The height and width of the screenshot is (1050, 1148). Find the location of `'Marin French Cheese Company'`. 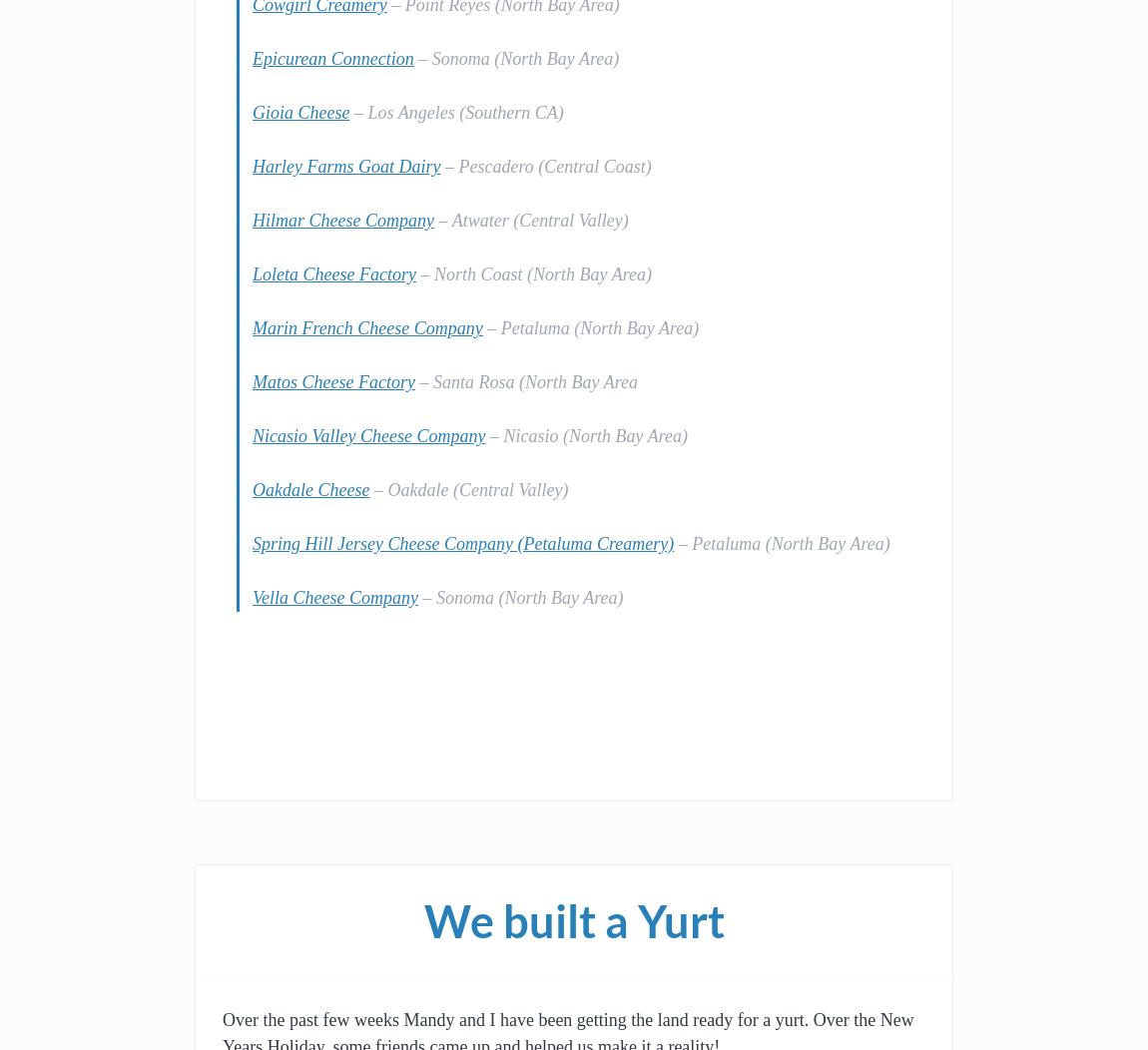

'Marin French Cheese Company' is located at coordinates (367, 326).